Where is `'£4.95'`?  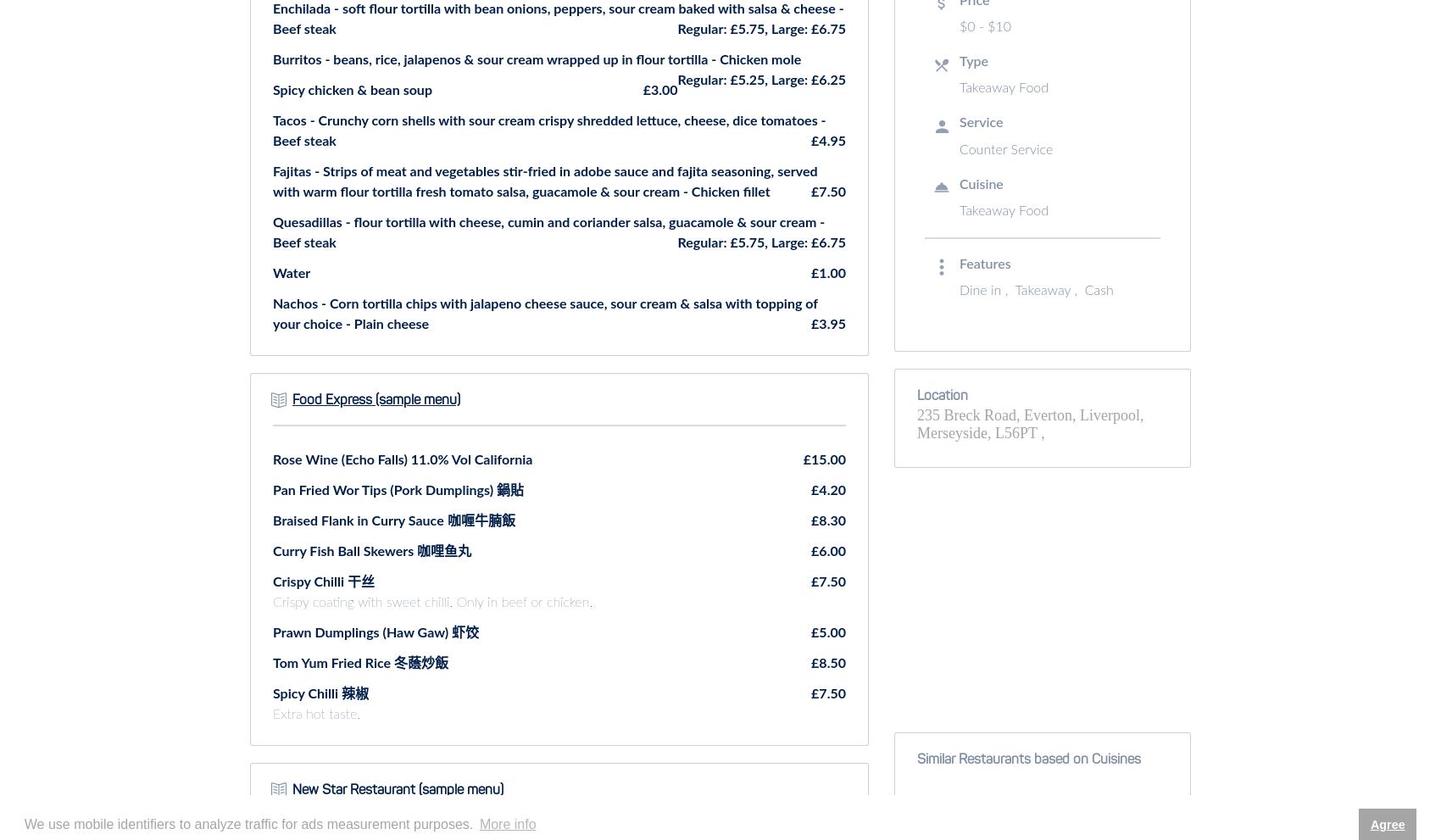 '£4.95' is located at coordinates (827, 140).